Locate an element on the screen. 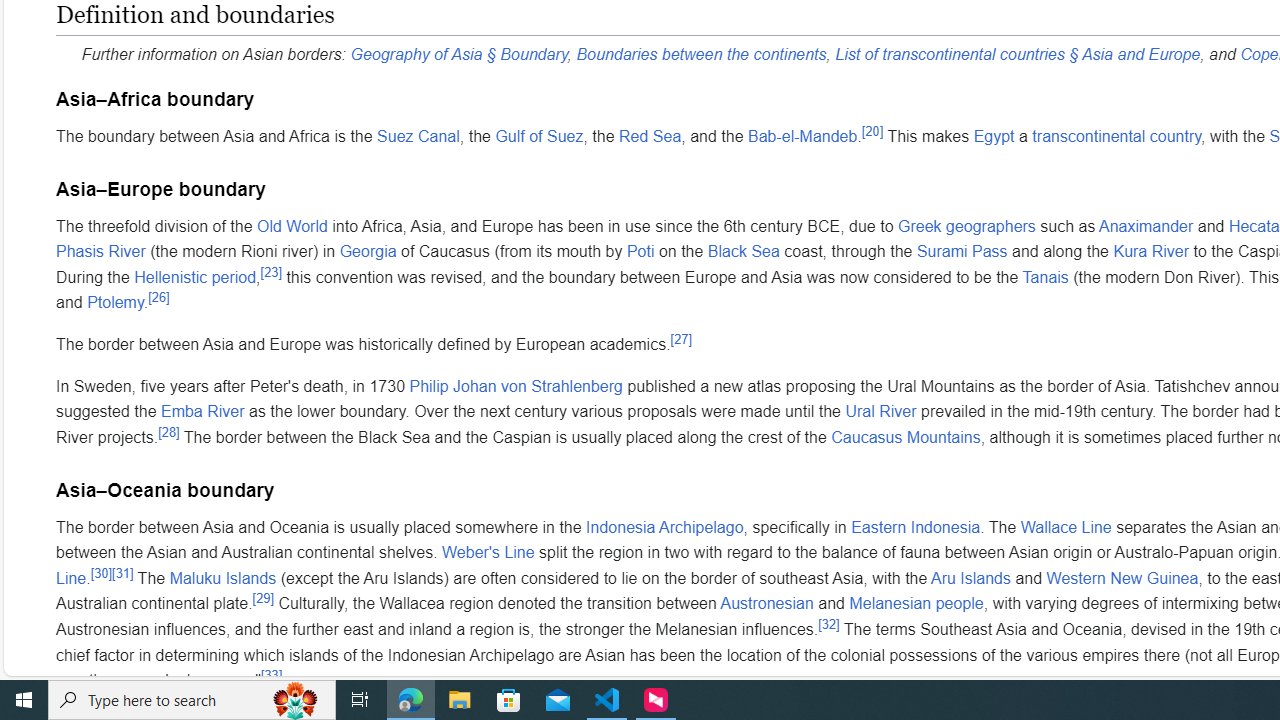  'Wallace Line' is located at coordinates (1065, 525).